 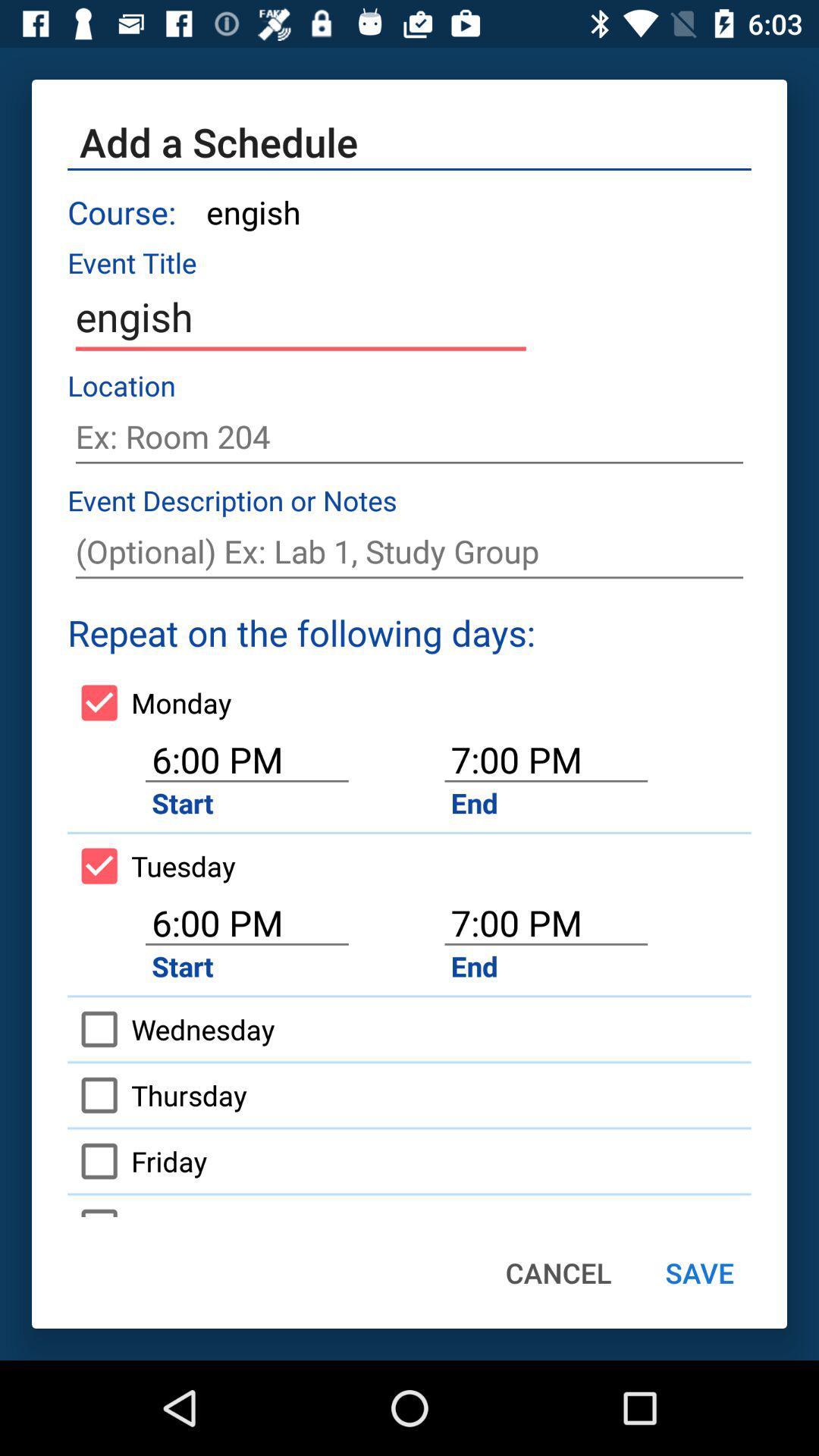 I want to click on the monday icon, so click(x=149, y=701).